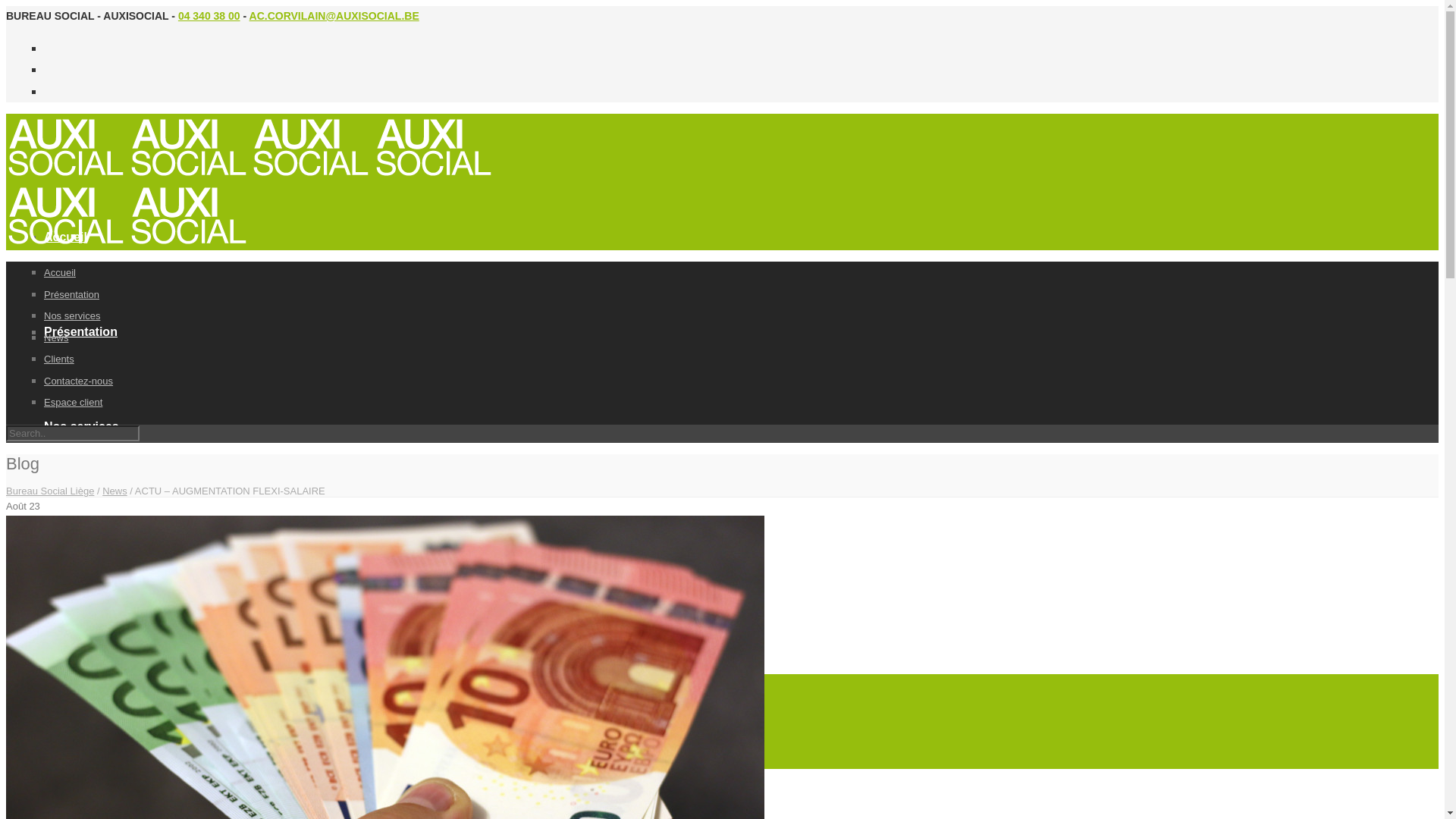  I want to click on 'News', so click(59, 520).